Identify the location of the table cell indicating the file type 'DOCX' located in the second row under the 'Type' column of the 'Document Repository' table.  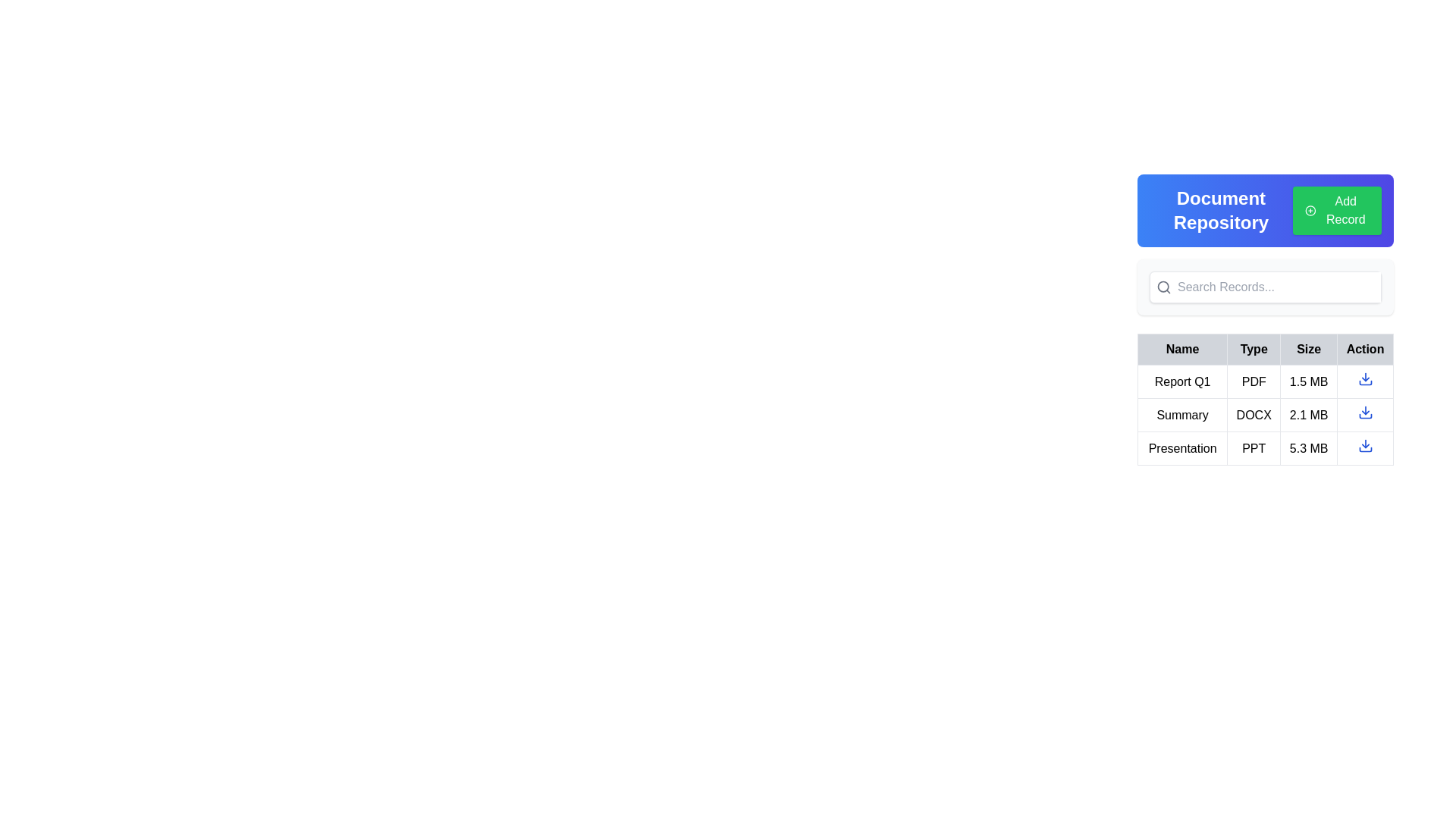
(1266, 415).